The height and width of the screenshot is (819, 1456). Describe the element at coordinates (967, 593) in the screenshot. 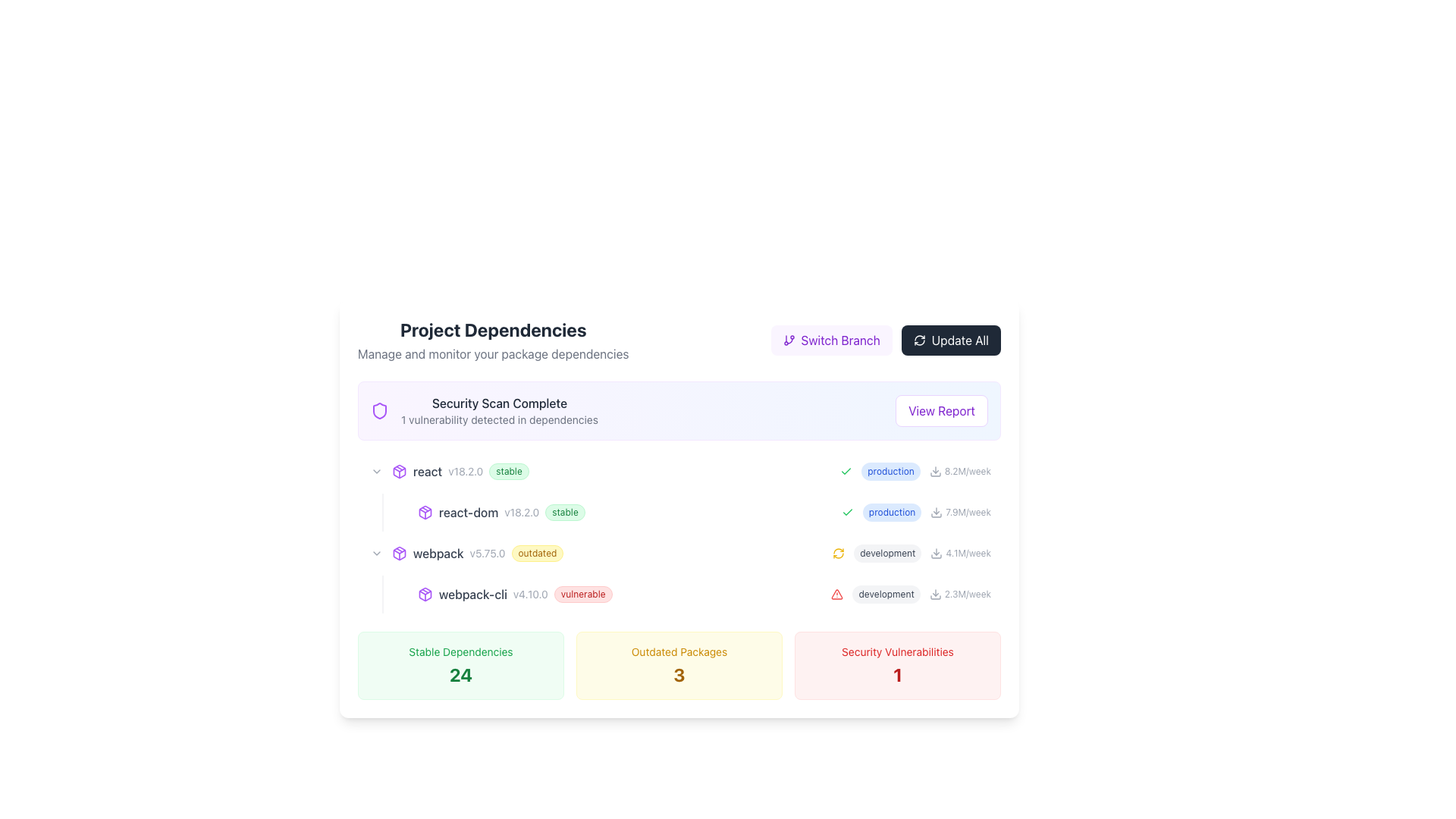

I see `information displayed in the small text label showing '2.3M/week' in light gray color, located in the 'Project Dependencies' section next to the download icon` at that location.